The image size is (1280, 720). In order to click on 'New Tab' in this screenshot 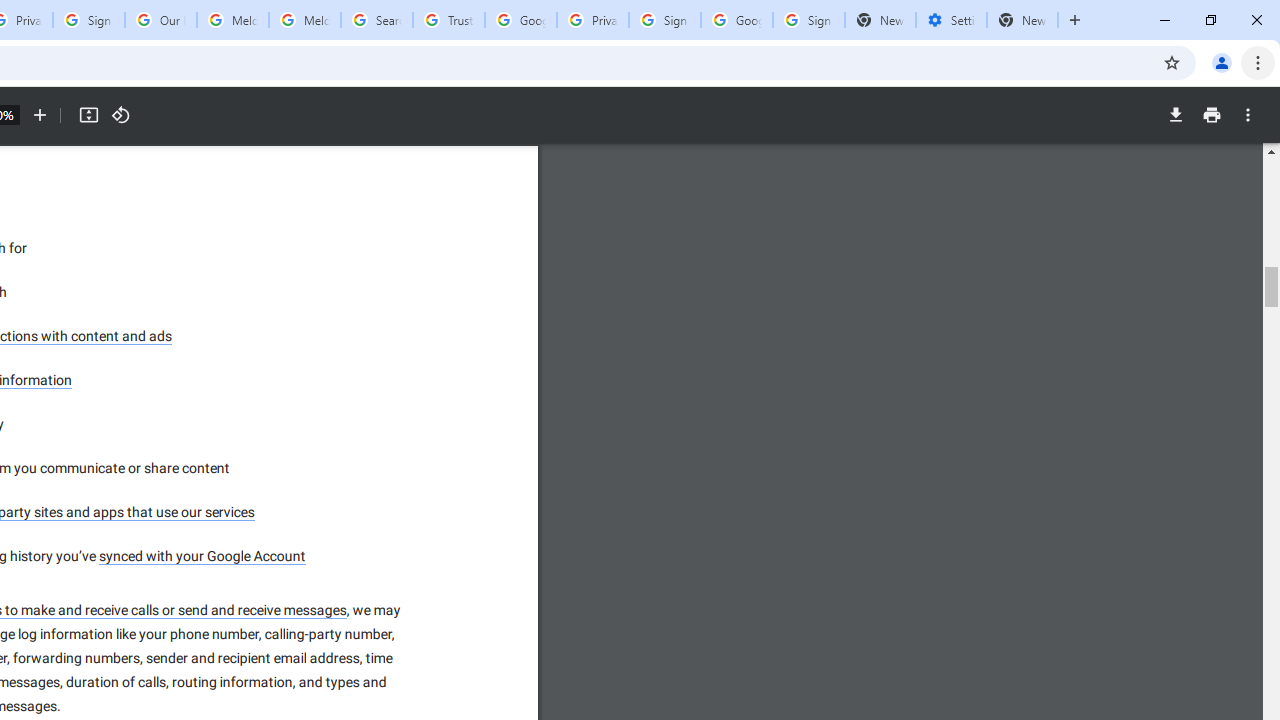, I will do `click(1022, 20)`.